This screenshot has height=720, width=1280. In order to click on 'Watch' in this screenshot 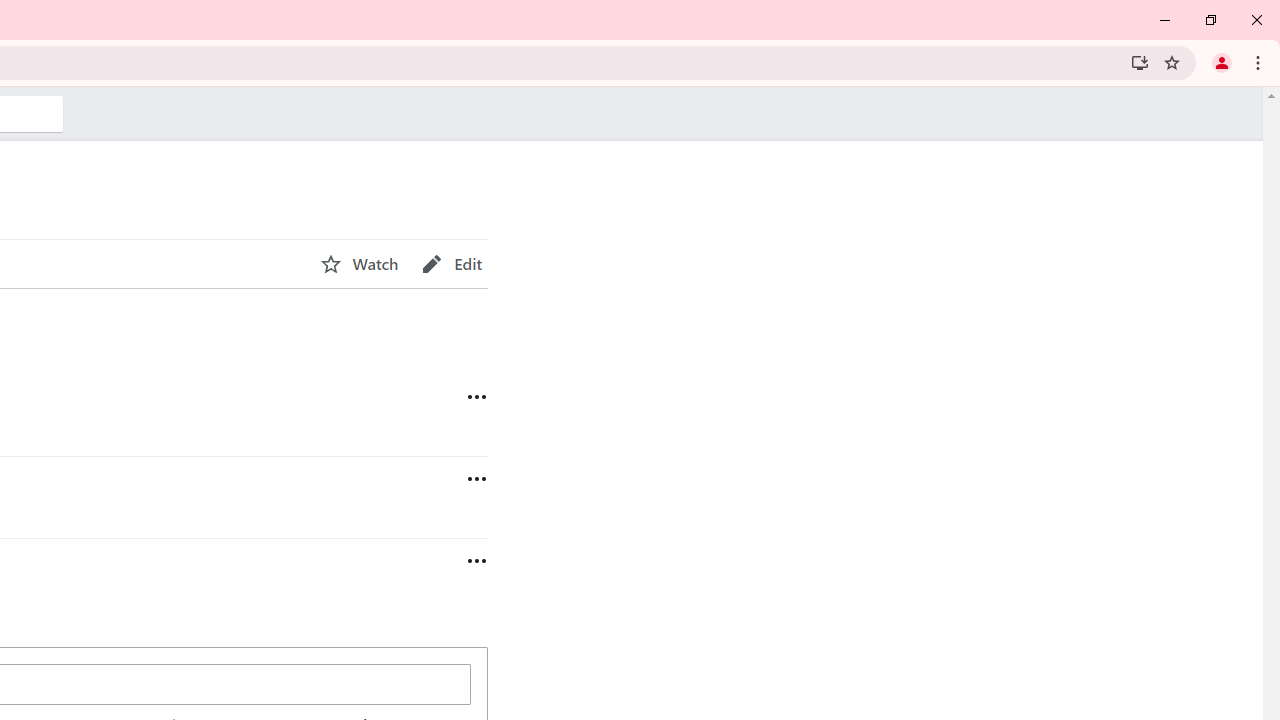, I will do `click(359, 263)`.